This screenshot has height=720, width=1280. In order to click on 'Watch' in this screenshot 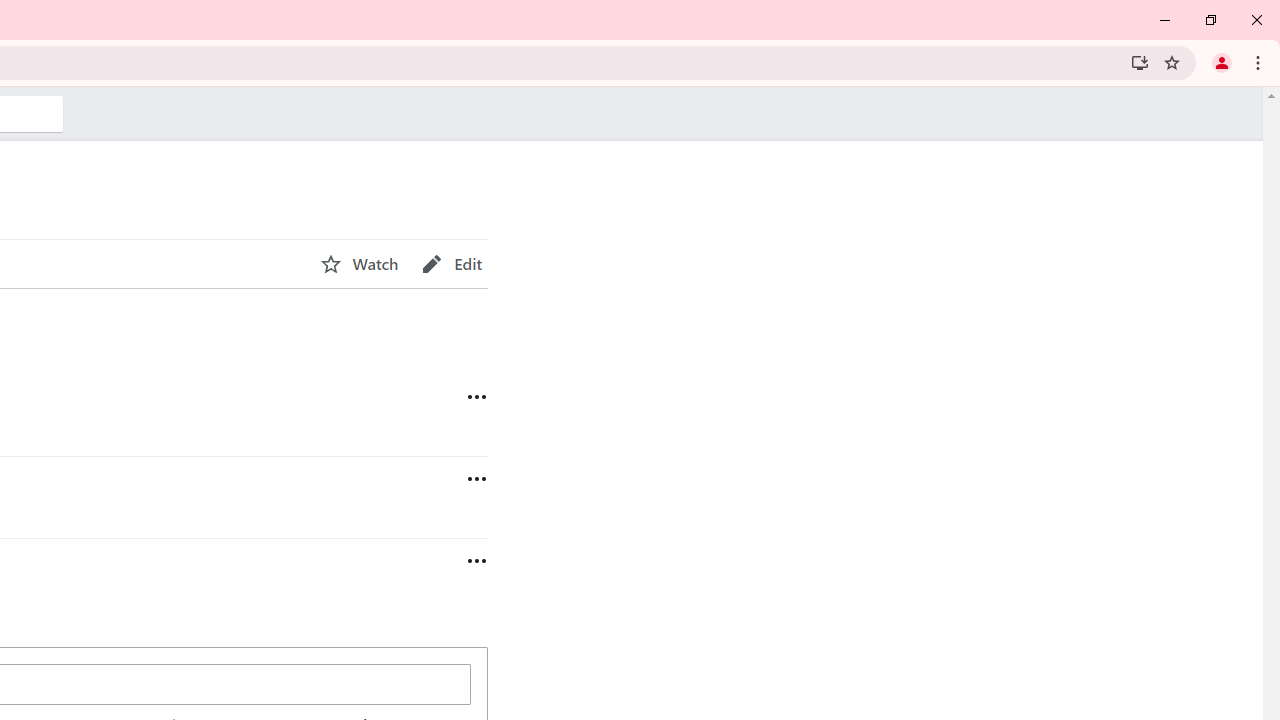, I will do `click(359, 263)`.